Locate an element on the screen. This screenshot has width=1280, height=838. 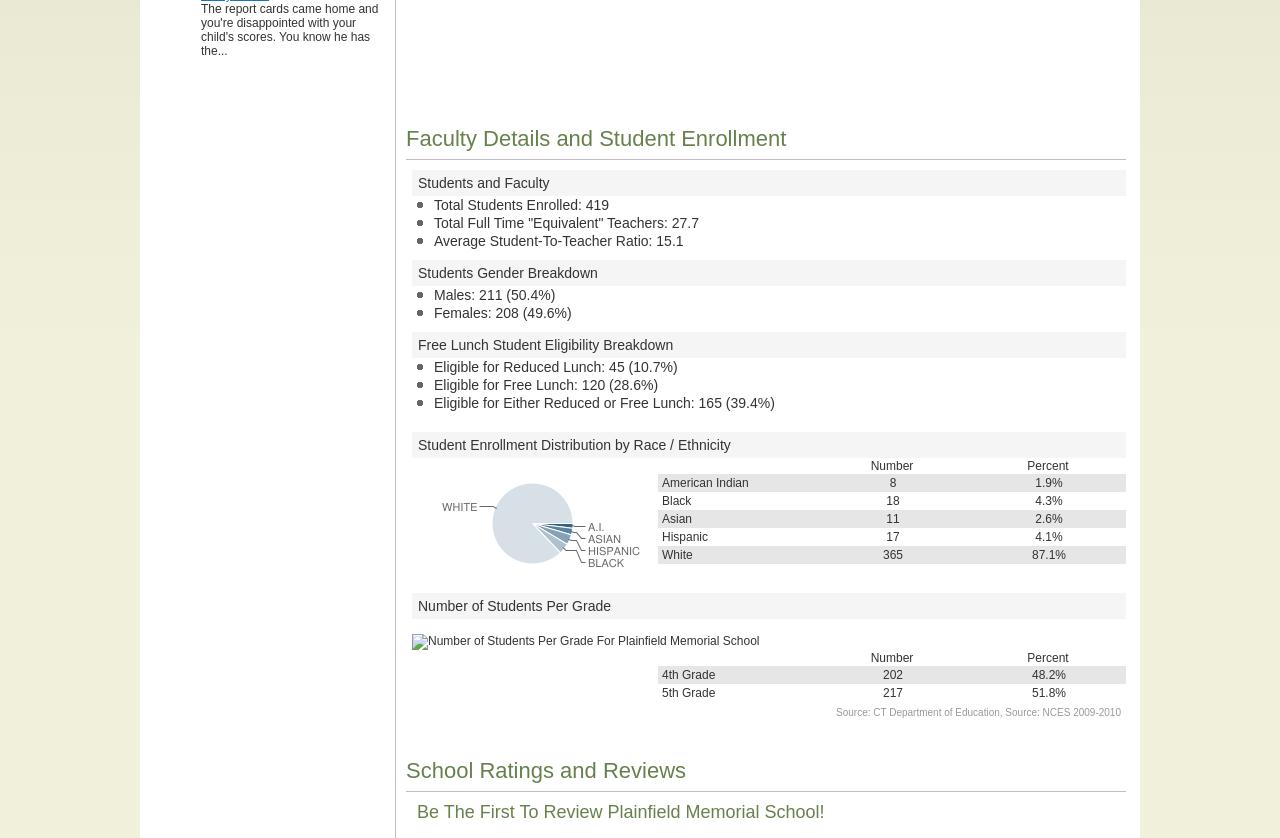
'51.8%' is located at coordinates (1047, 692).